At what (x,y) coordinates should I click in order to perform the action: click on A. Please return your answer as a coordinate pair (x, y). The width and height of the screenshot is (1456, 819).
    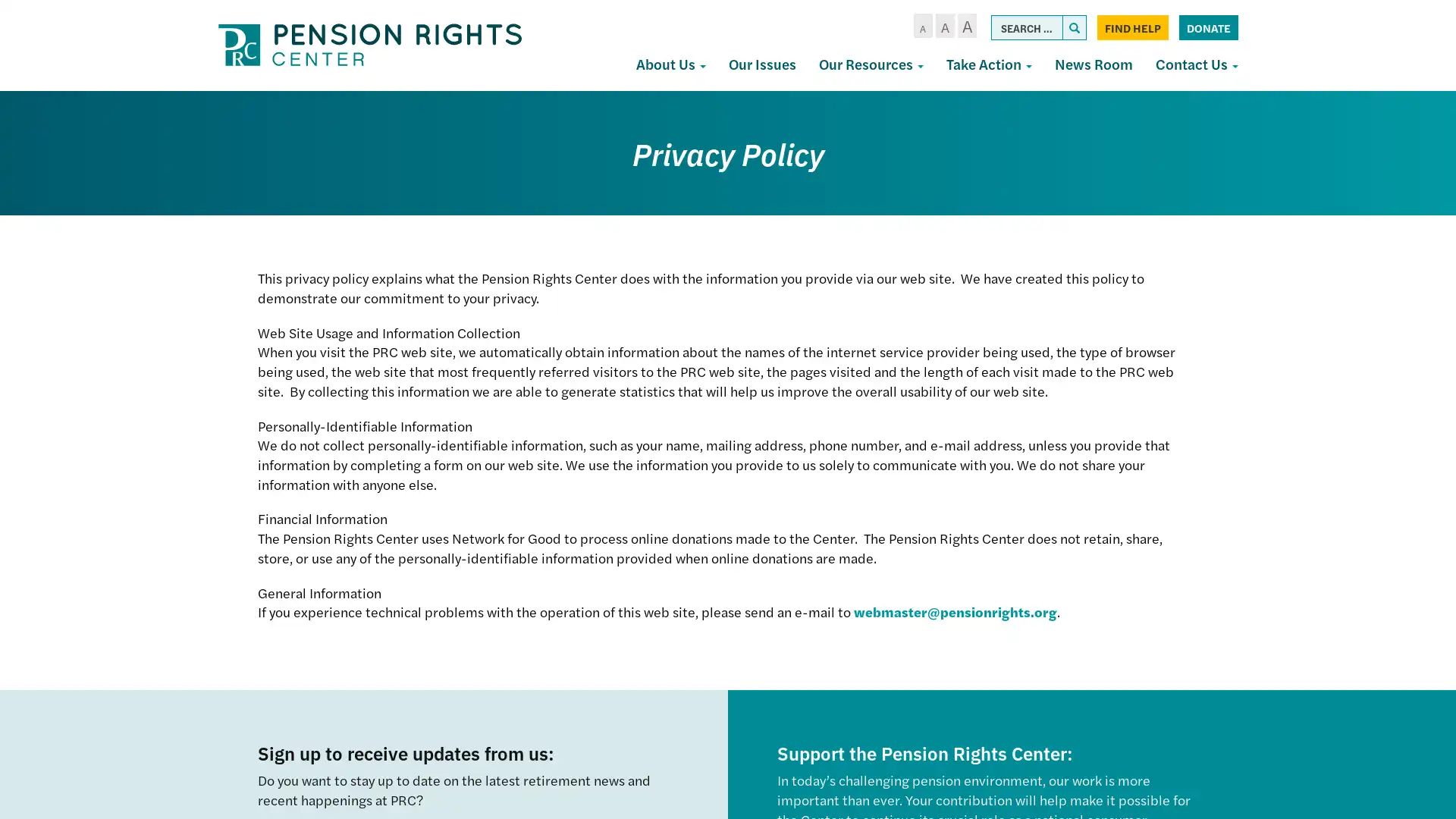
    Looking at the image, I should click on (921, 26).